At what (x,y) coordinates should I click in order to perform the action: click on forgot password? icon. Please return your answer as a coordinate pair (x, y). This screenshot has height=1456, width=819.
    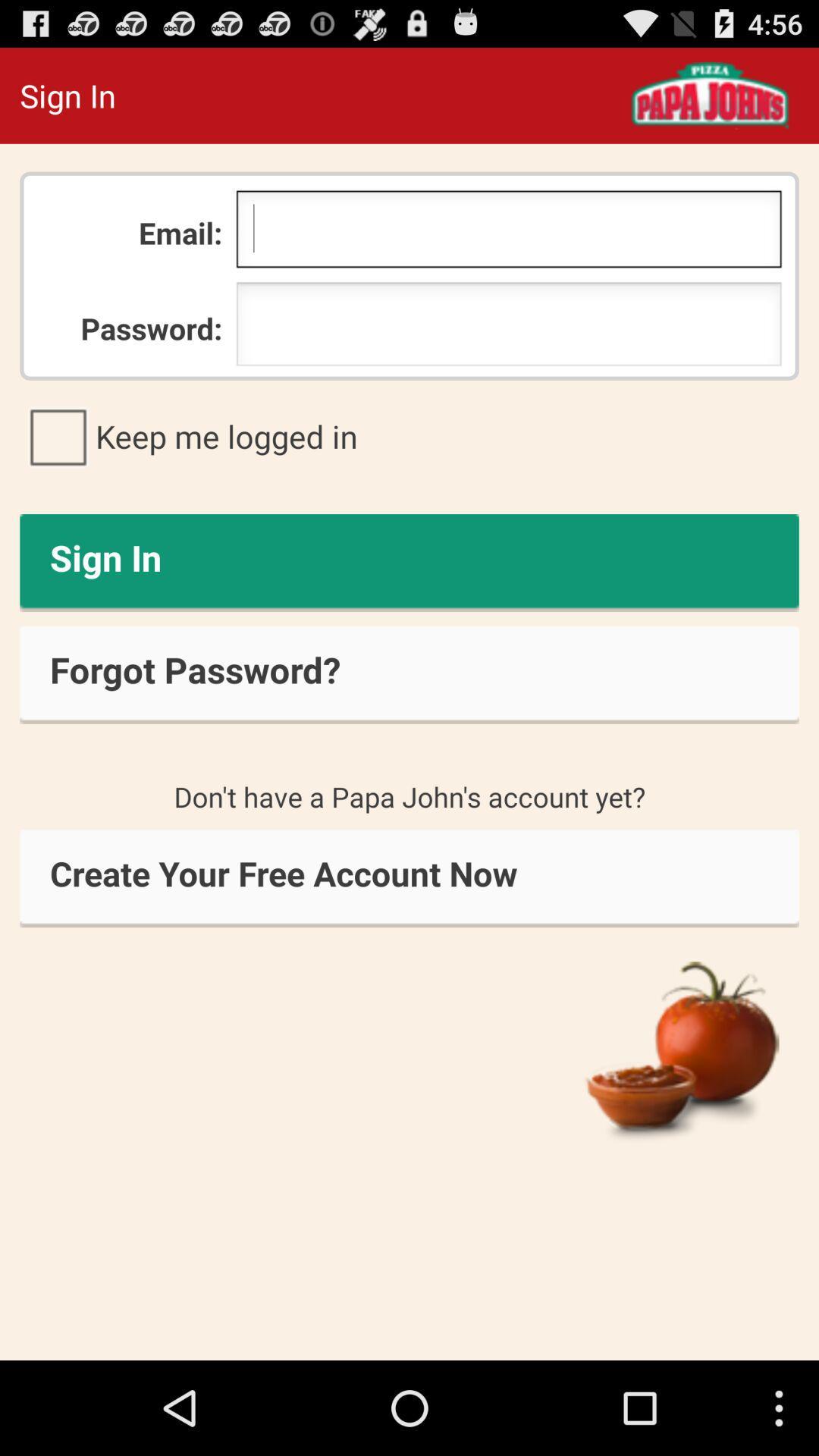
    Looking at the image, I should click on (409, 674).